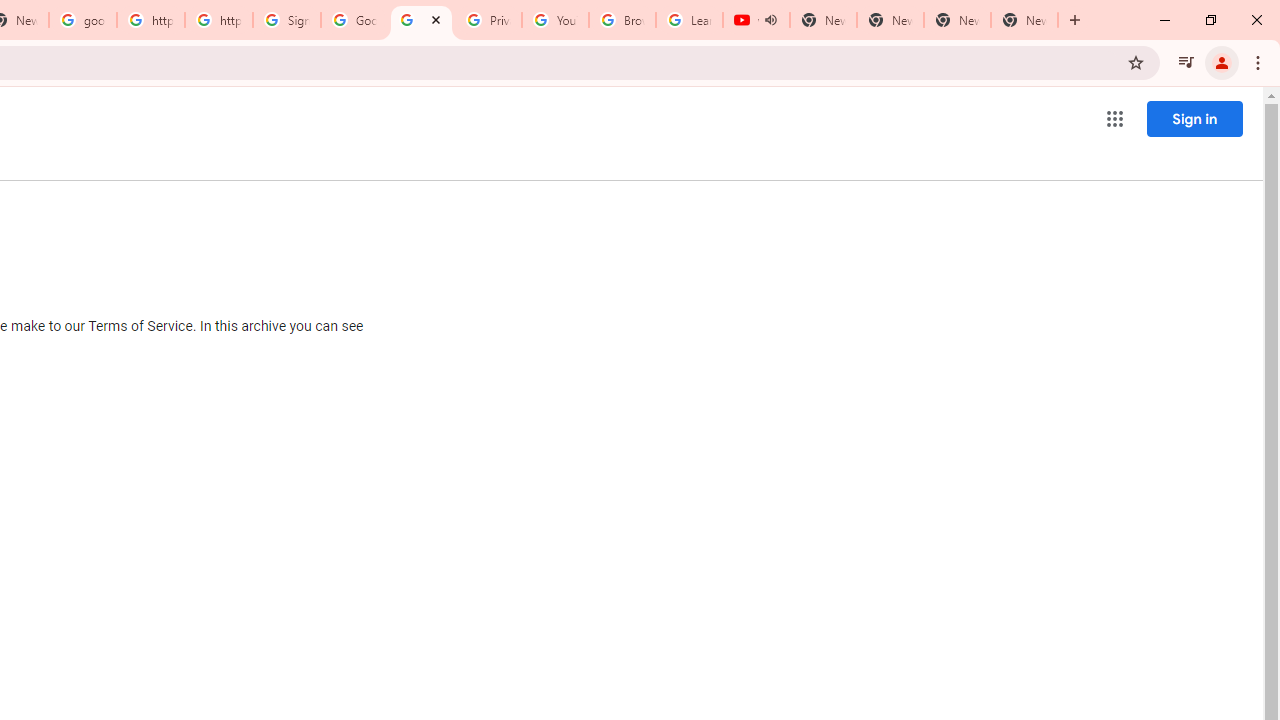 Image resolution: width=1280 pixels, height=720 pixels. What do you see at coordinates (1024, 20) in the screenshot?
I see `'New Tab'` at bounding box center [1024, 20].